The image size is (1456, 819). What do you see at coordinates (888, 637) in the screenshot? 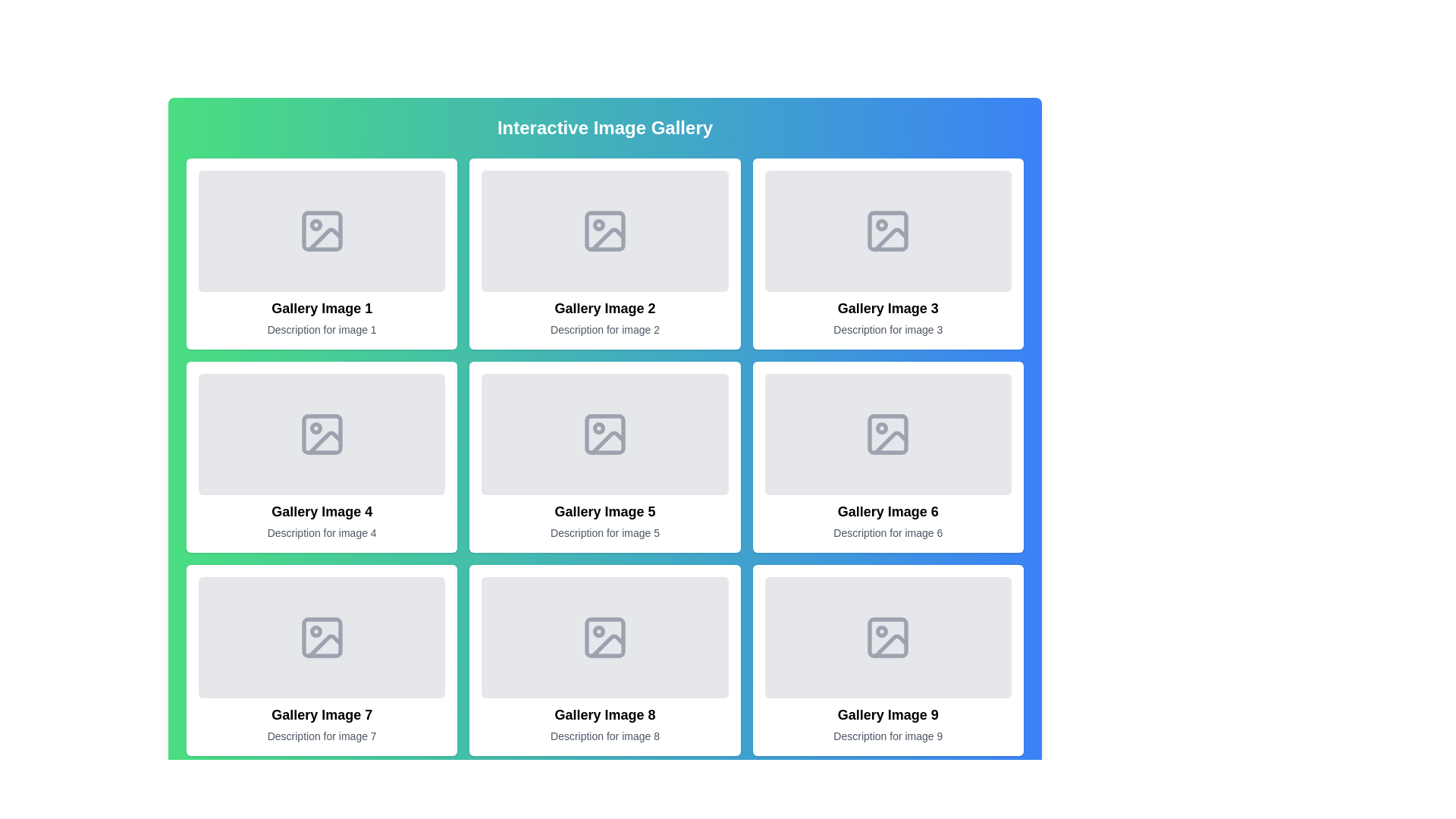
I see `the SVG image placeholder, which resembles a generic image icon with a gray color, located in the ninth cell of a 3x3 grid, directly above the text labeled 'Gallery Image 9'` at bounding box center [888, 637].